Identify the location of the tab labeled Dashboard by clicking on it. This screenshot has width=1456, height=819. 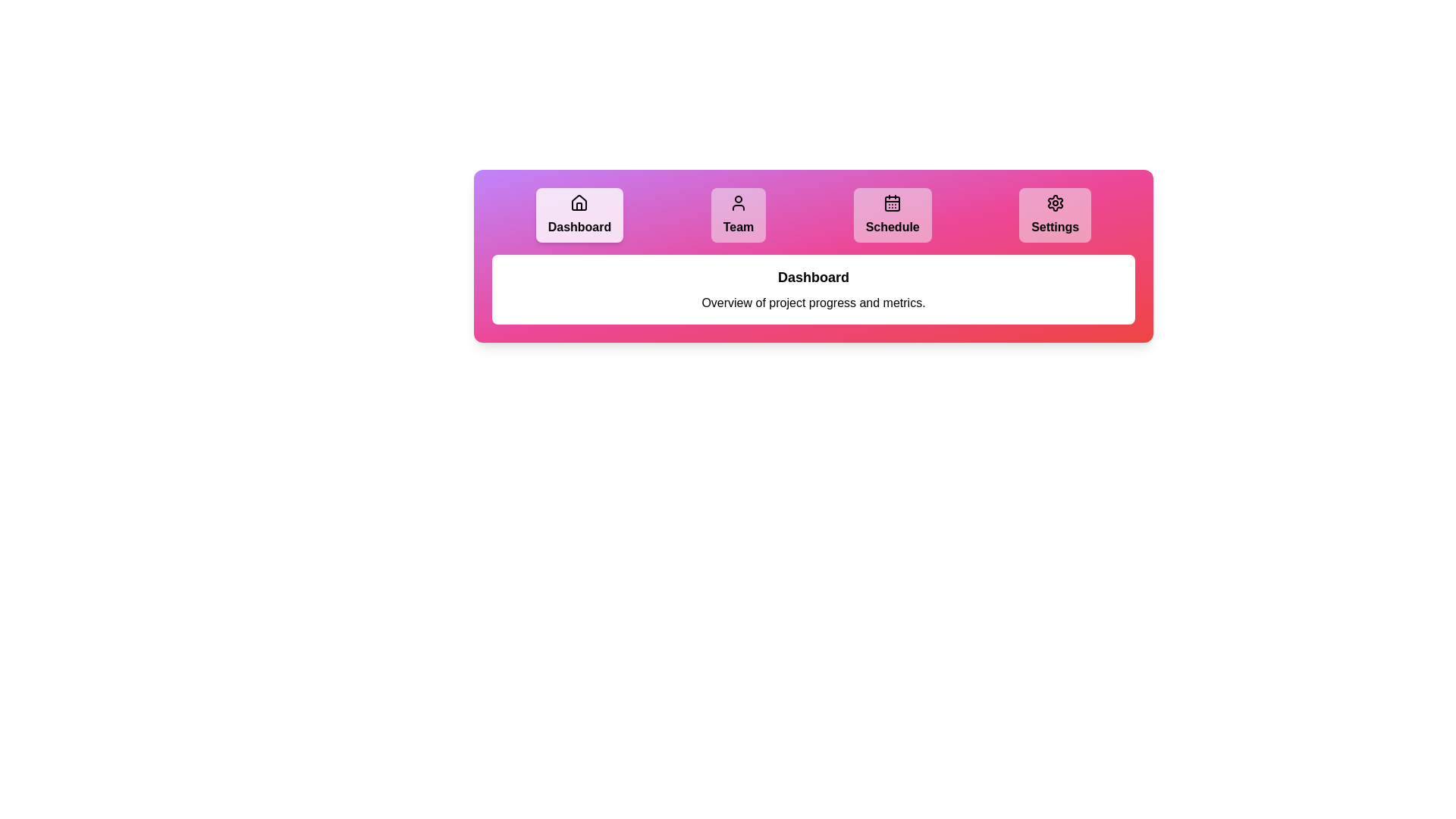
(579, 215).